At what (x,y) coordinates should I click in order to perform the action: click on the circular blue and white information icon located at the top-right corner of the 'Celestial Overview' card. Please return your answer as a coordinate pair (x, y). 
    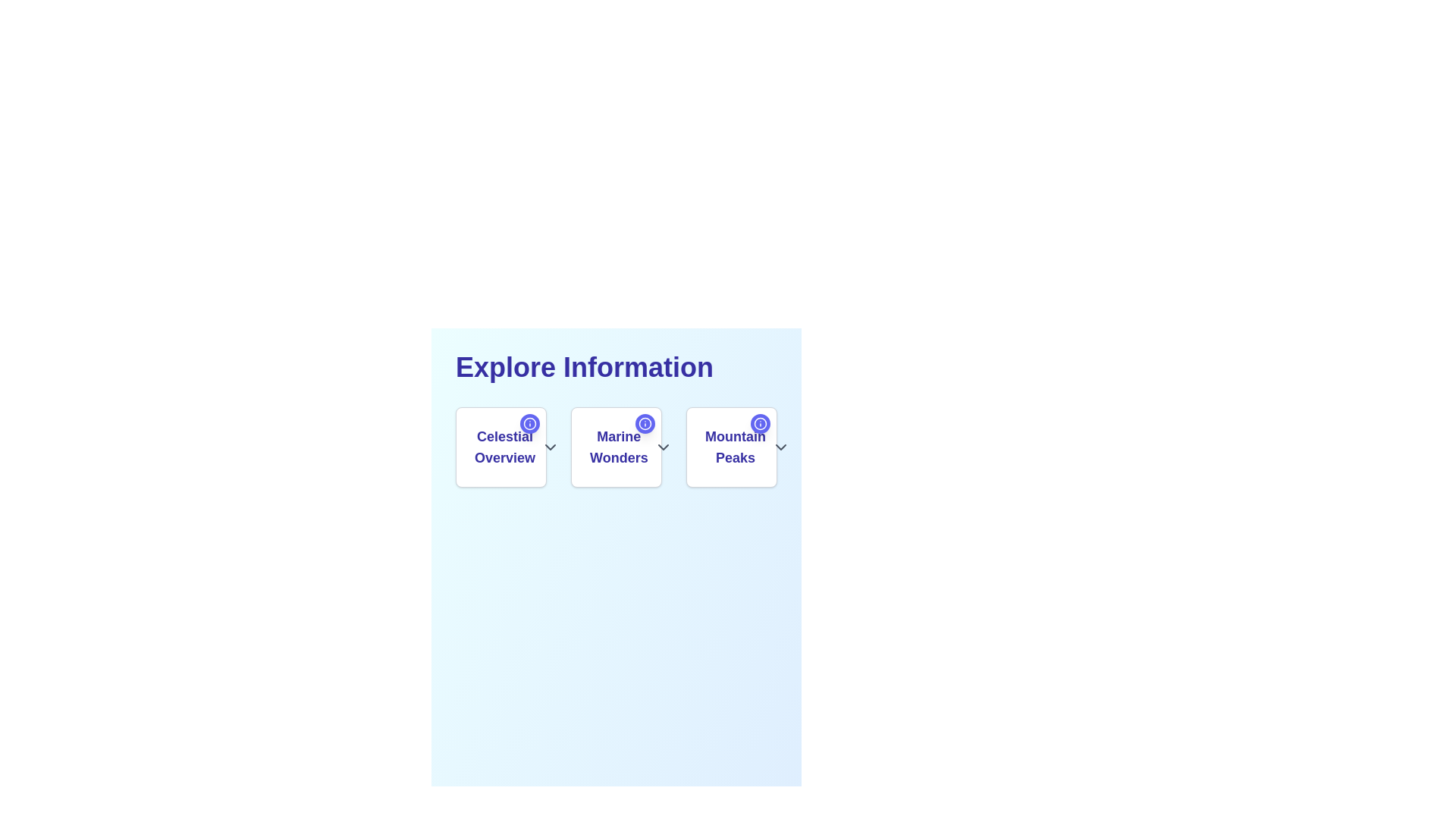
    Looking at the image, I should click on (530, 424).